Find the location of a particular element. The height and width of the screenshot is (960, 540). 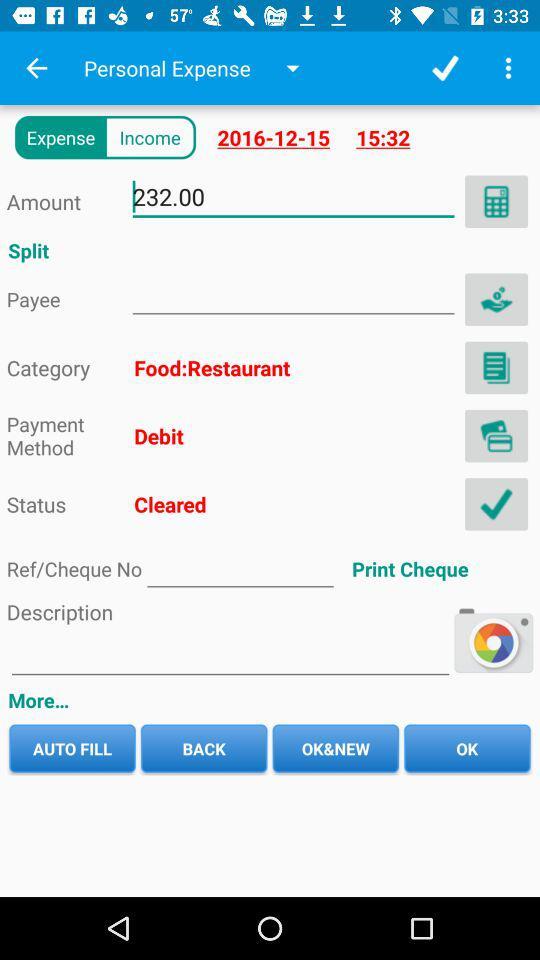

advertisement page is located at coordinates (292, 294).